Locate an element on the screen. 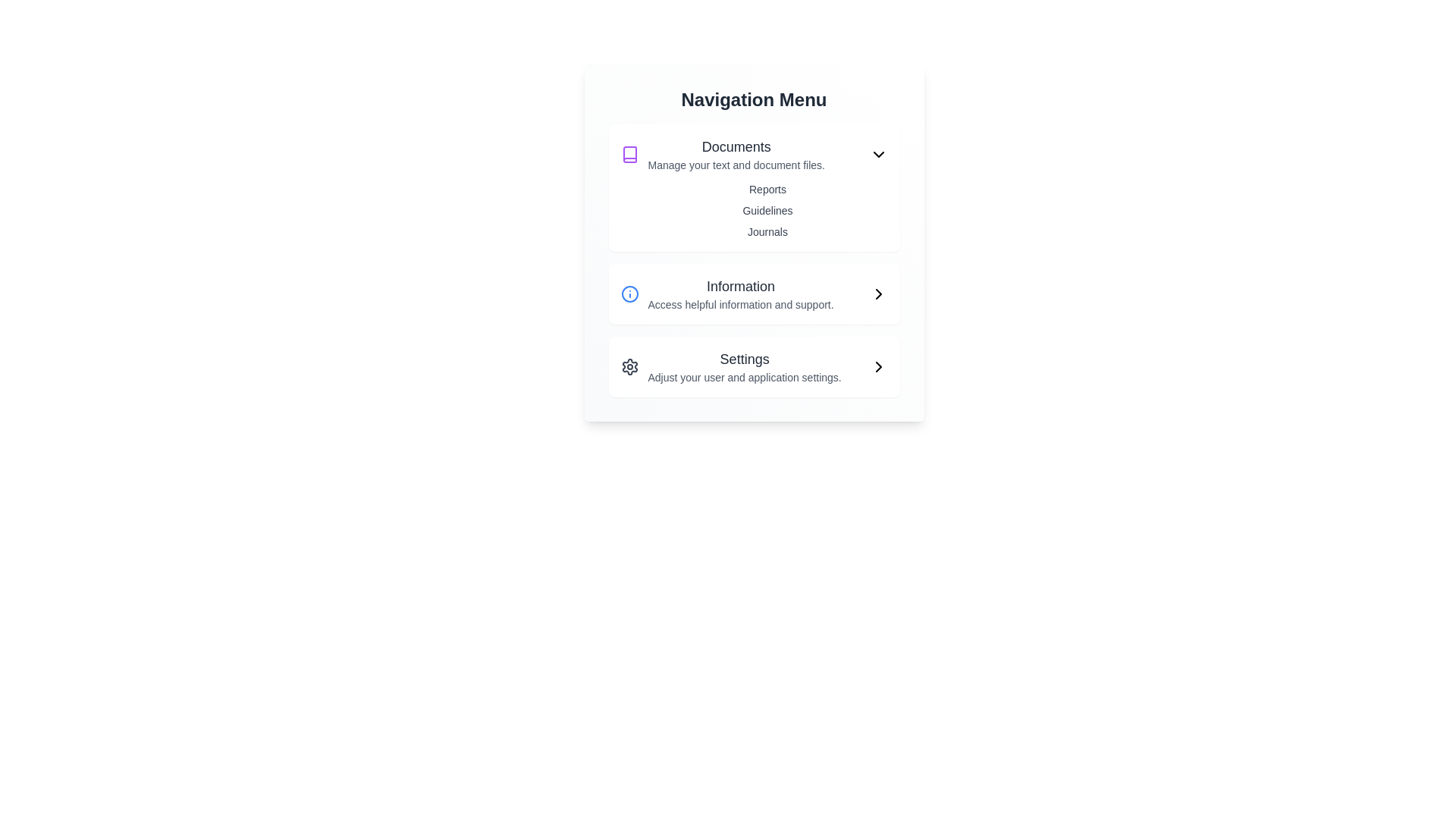  the rightward-pointing chevron arrow icon located at the rightmost end of the 'Settings' section in the navigation menu is located at coordinates (878, 366).